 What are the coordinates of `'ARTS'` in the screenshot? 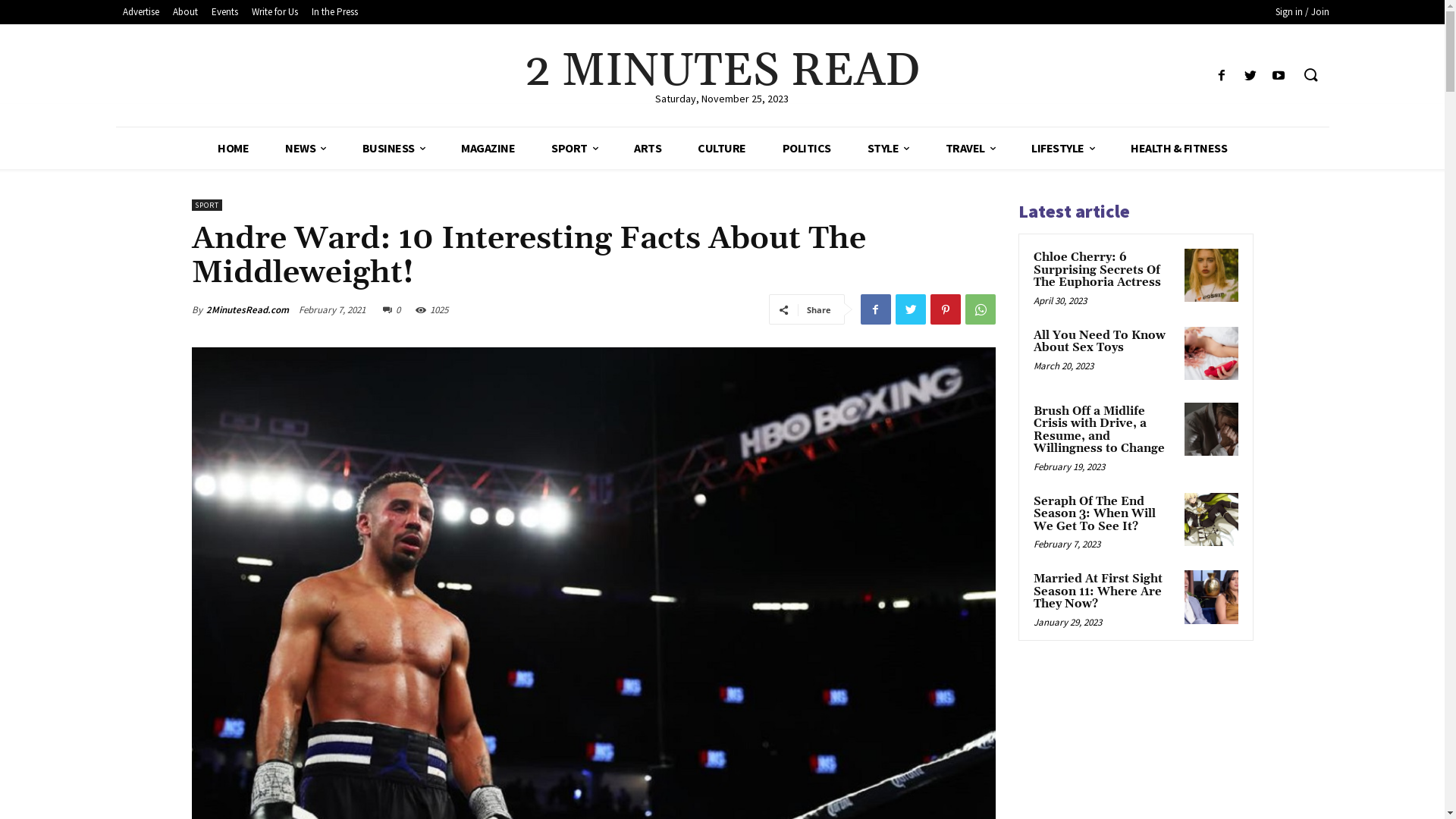 It's located at (648, 148).